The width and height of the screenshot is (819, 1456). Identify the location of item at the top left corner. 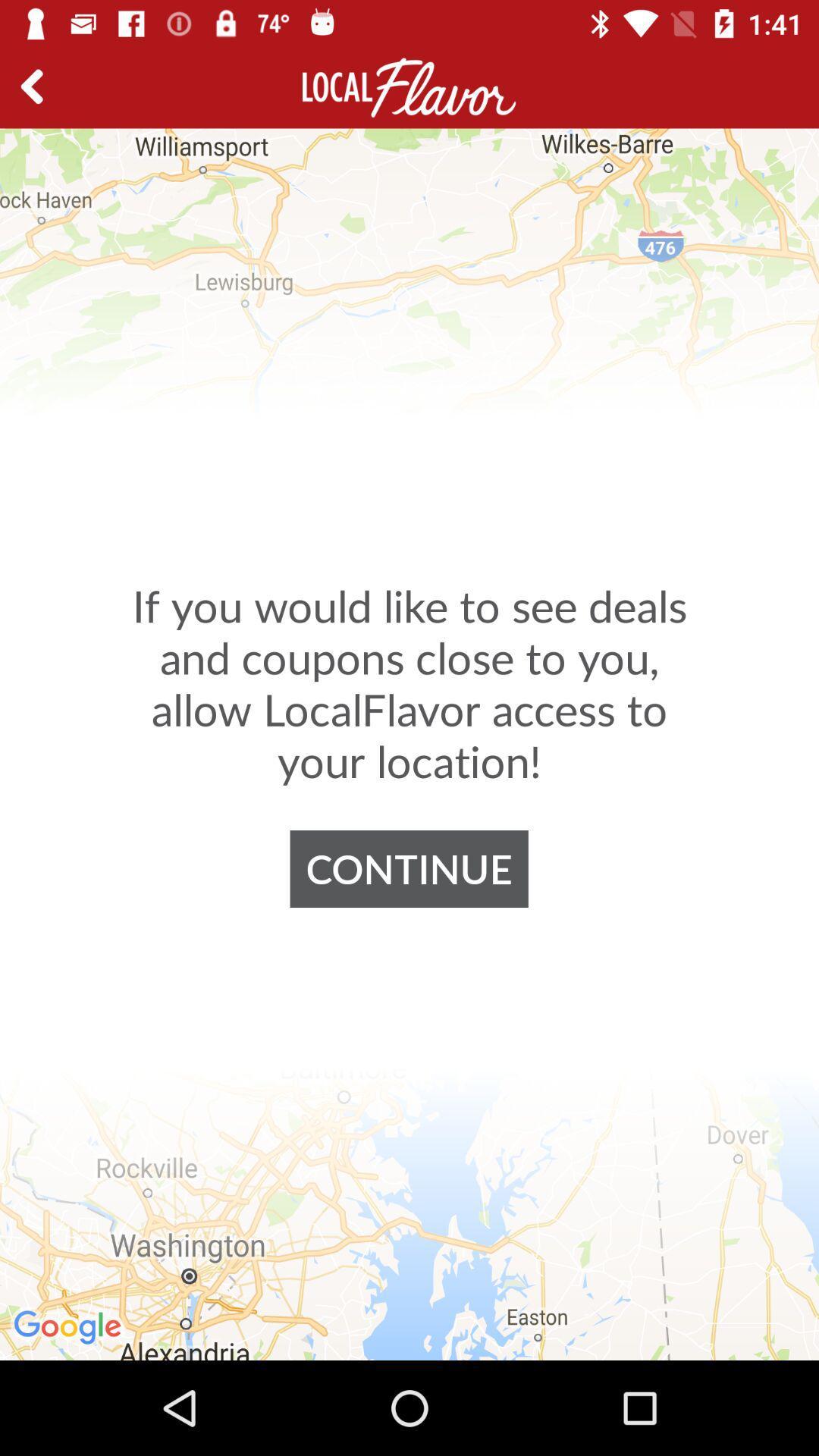
(36, 87).